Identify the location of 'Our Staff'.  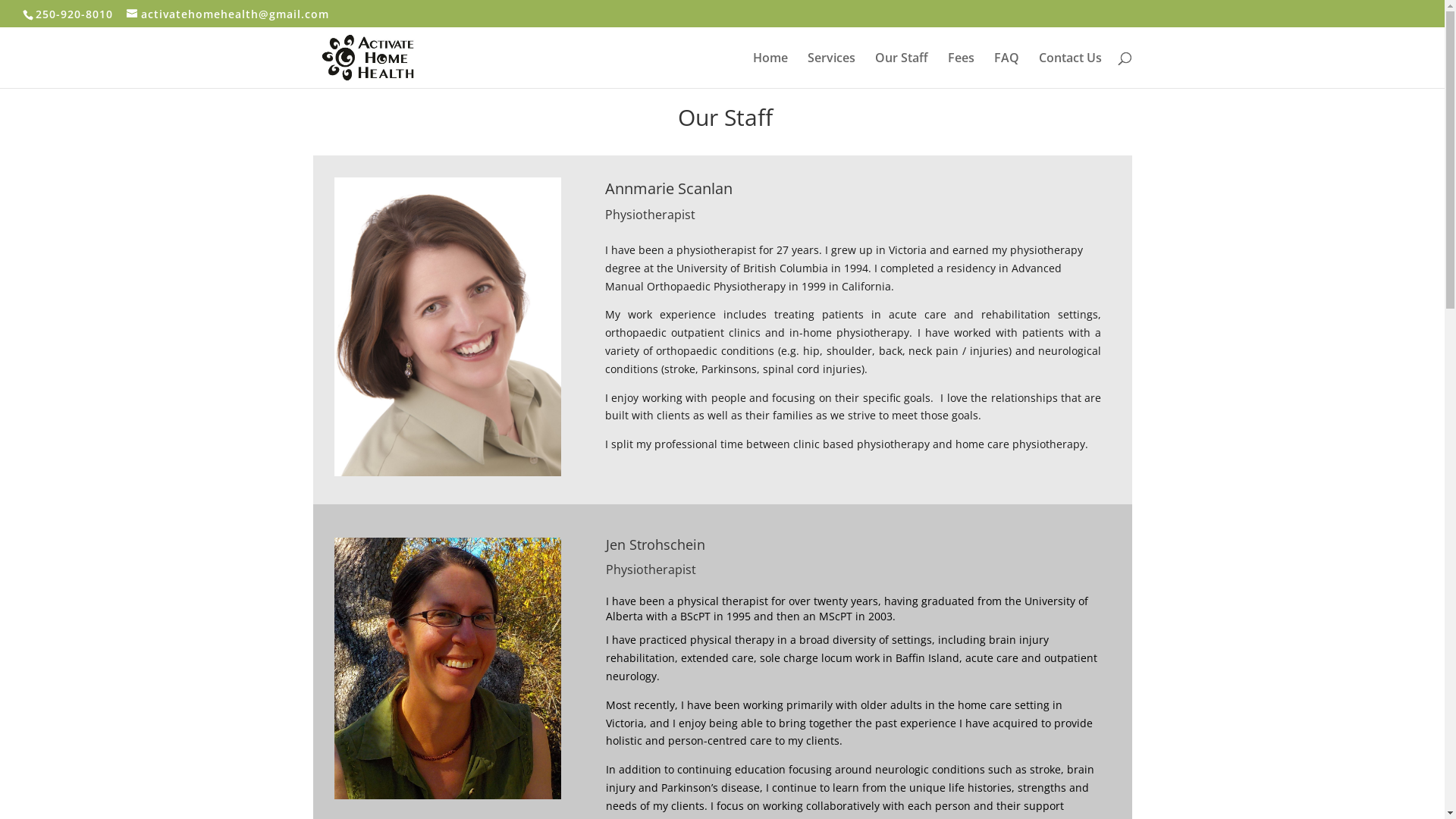
(874, 70).